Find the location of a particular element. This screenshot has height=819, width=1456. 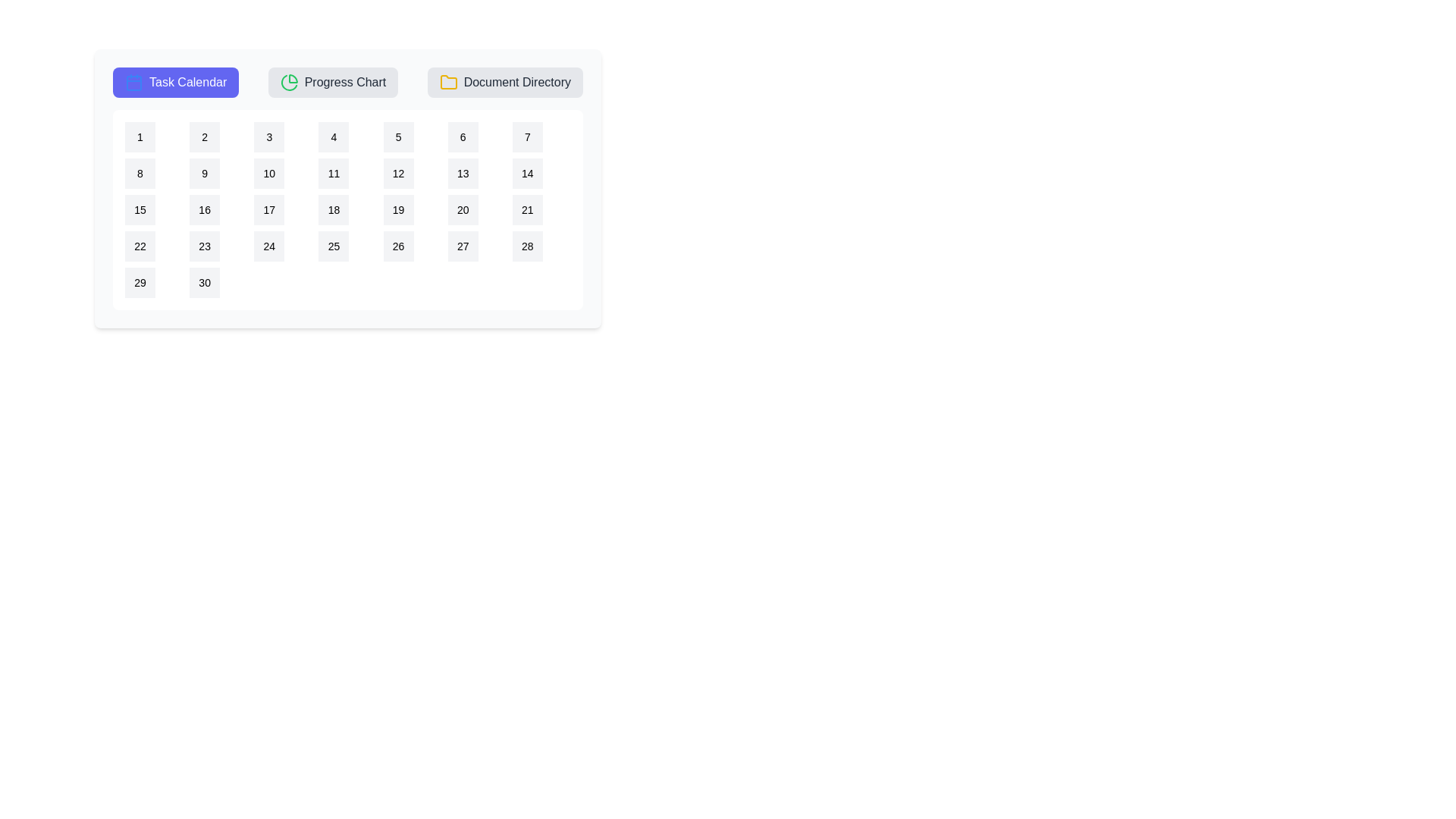

the Document Directory tab is located at coordinates (505, 82).